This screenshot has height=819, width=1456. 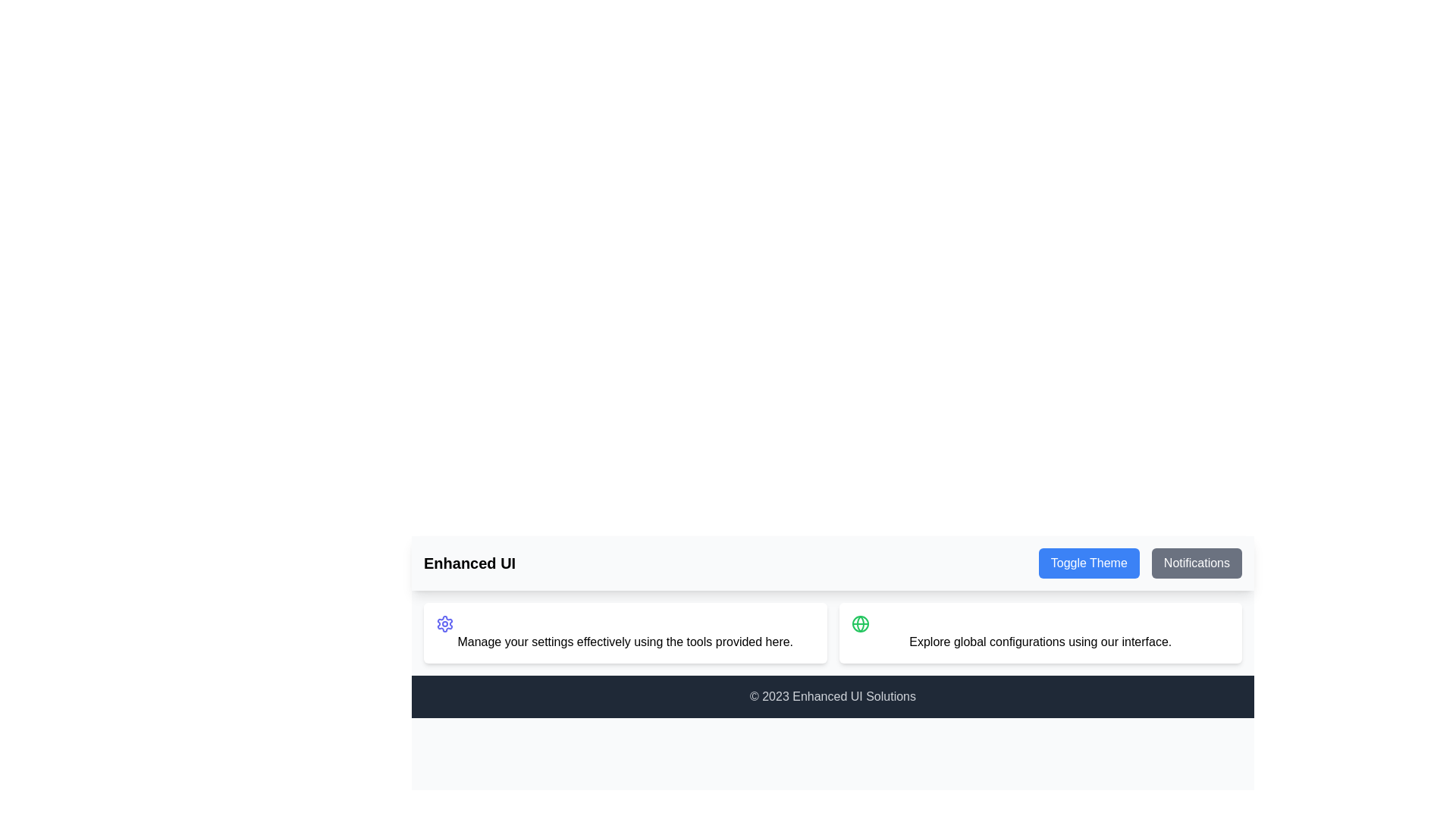 I want to click on the indigo gear-like settings icon located to the left of the descriptive text 'Manage your settings effectively using the tools provided here.', so click(x=444, y=623).